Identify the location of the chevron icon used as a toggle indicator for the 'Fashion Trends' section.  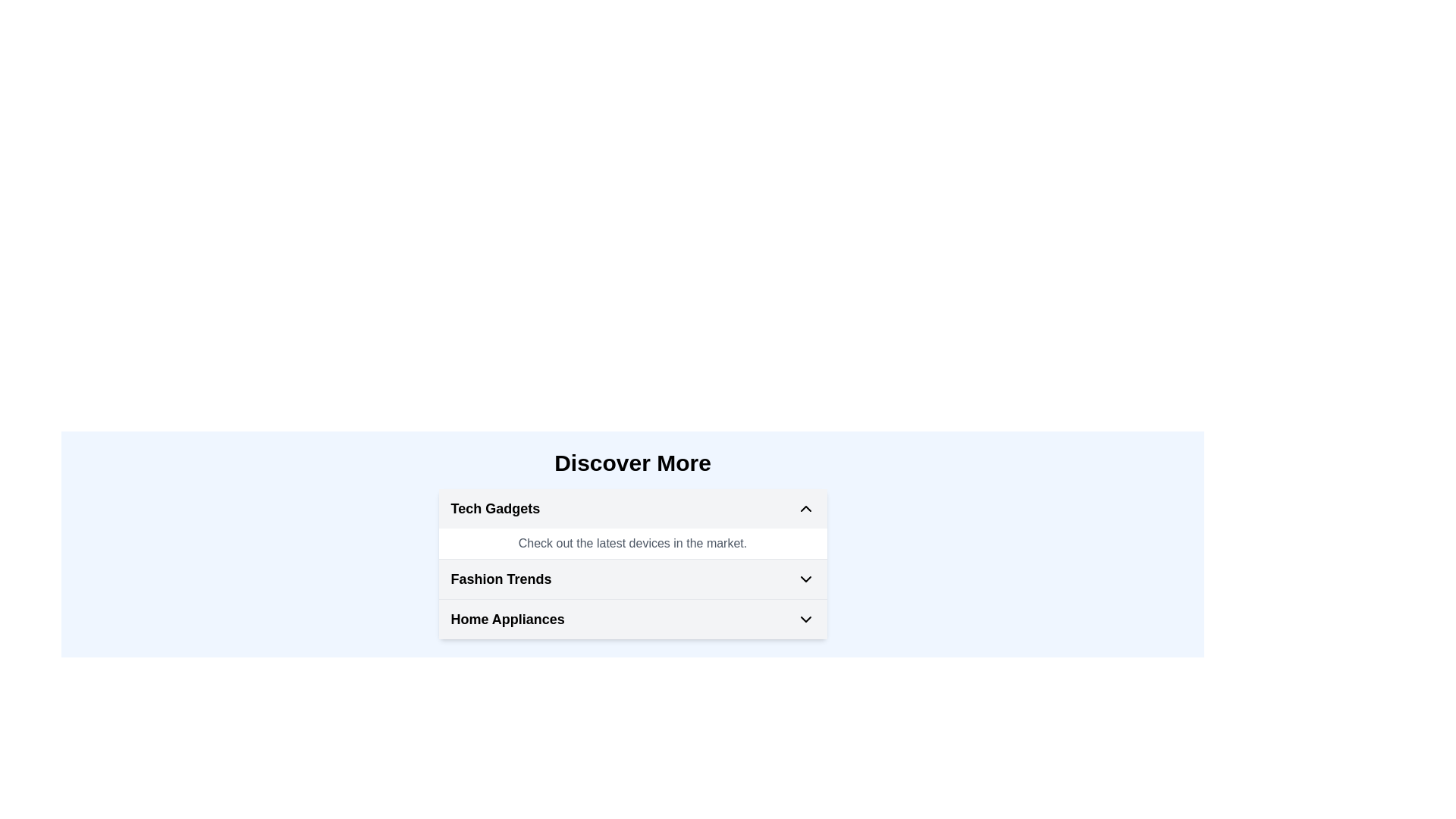
(805, 579).